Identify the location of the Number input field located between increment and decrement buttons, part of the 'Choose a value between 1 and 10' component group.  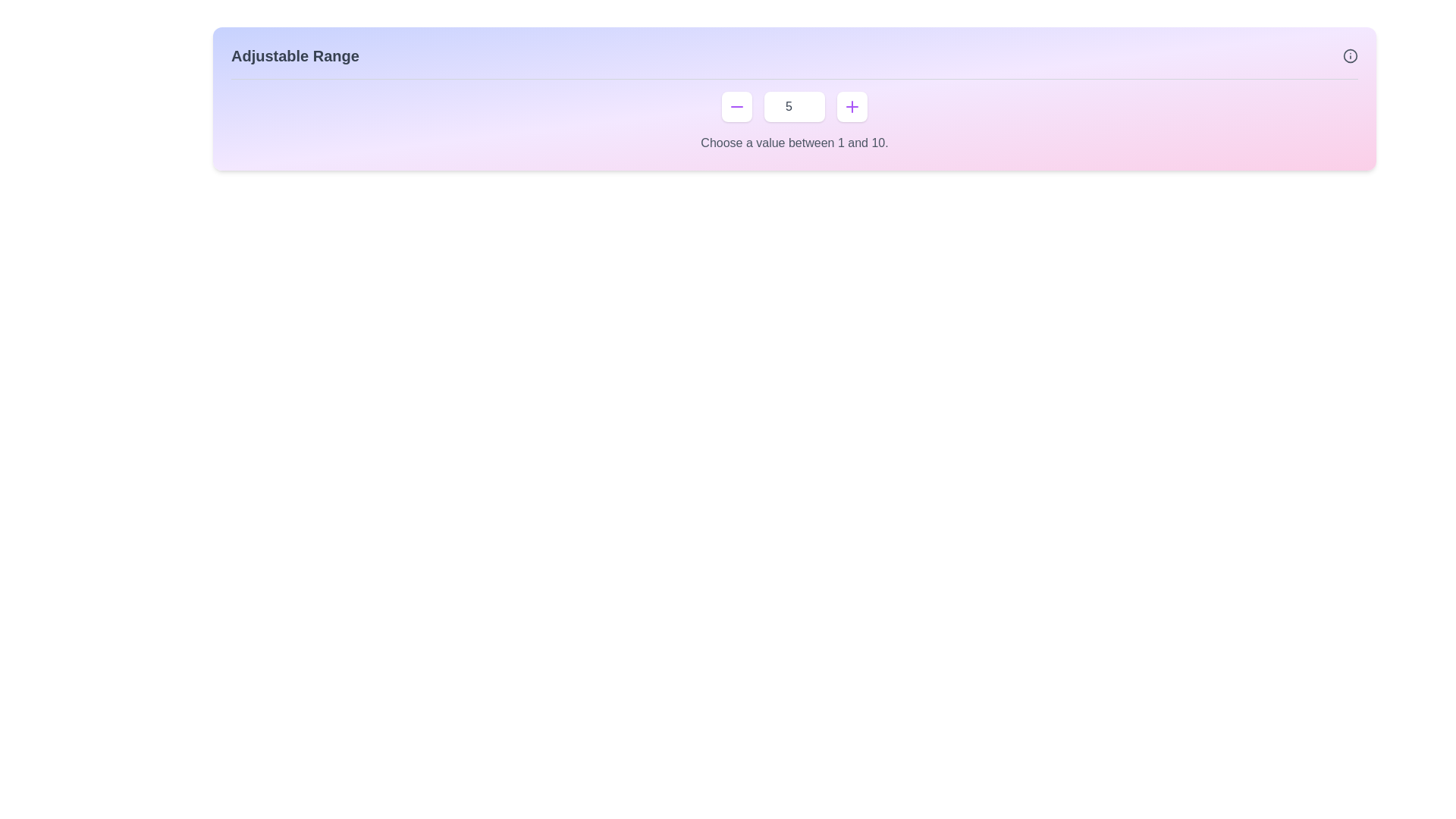
(793, 106).